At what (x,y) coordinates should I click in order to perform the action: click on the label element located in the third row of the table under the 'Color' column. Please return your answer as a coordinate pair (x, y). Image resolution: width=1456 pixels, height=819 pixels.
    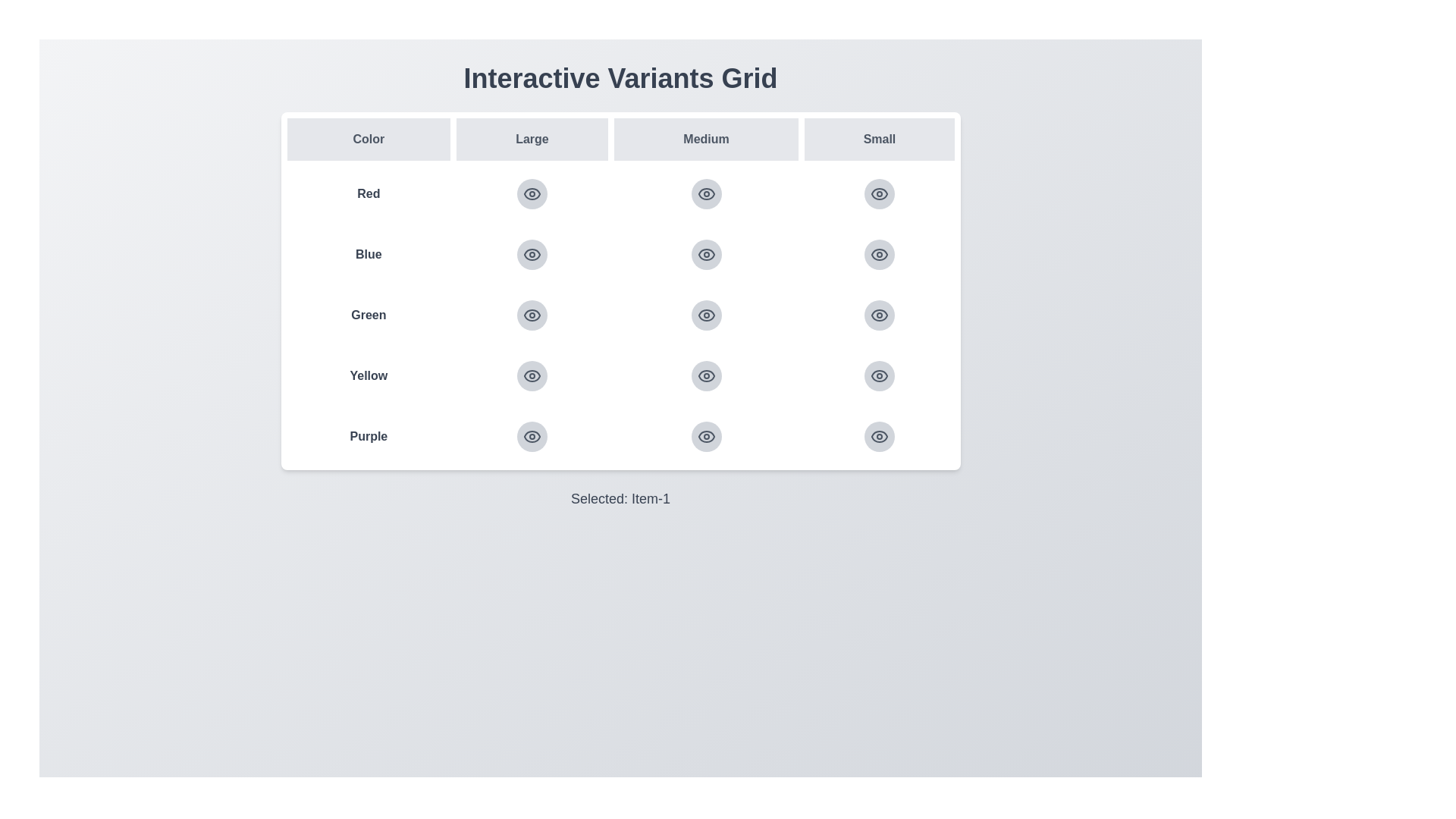
    Looking at the image, I should click on (620, 315).